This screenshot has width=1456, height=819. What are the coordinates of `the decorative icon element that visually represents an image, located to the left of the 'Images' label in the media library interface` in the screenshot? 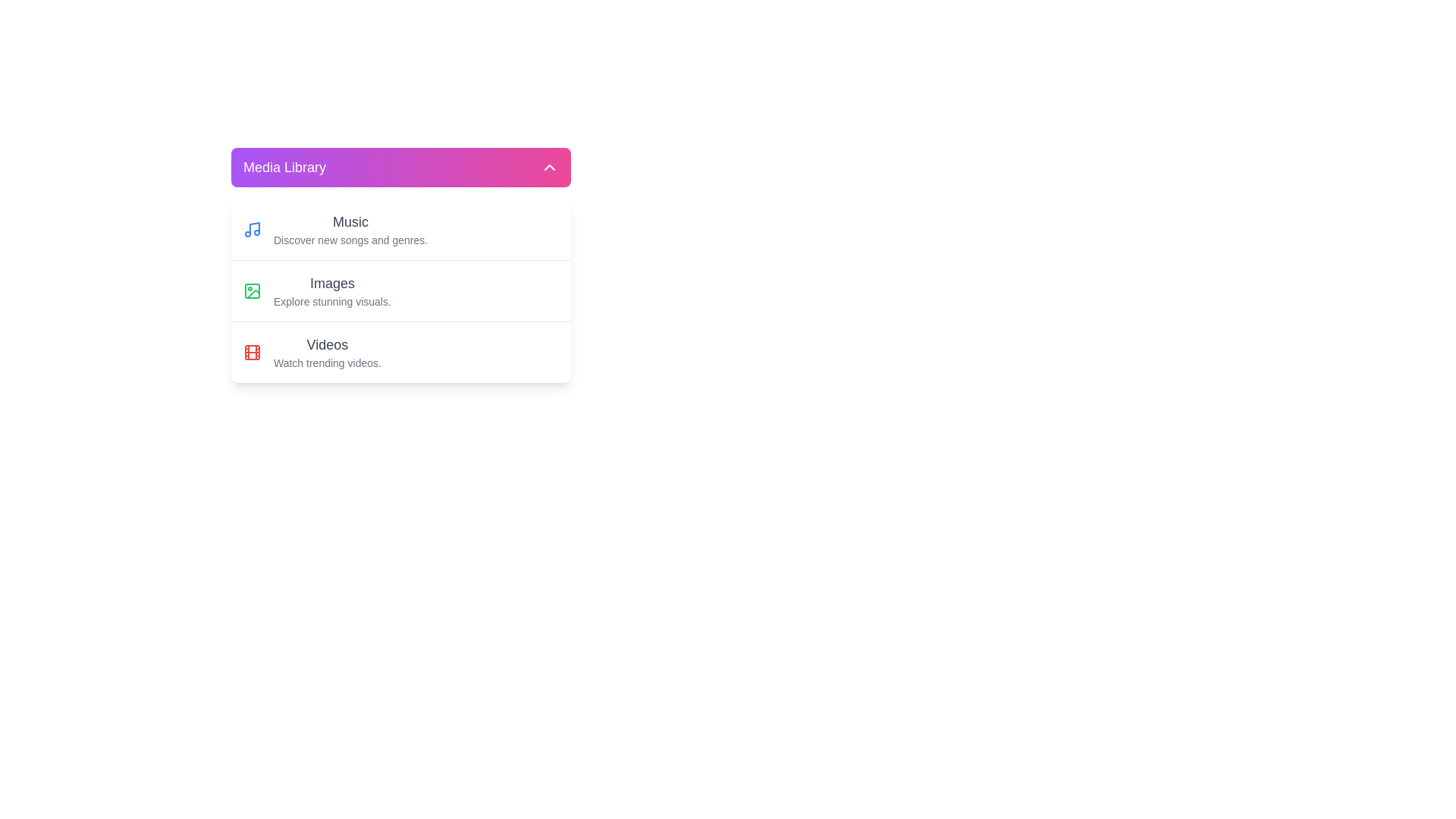 It's located at (252, 291).